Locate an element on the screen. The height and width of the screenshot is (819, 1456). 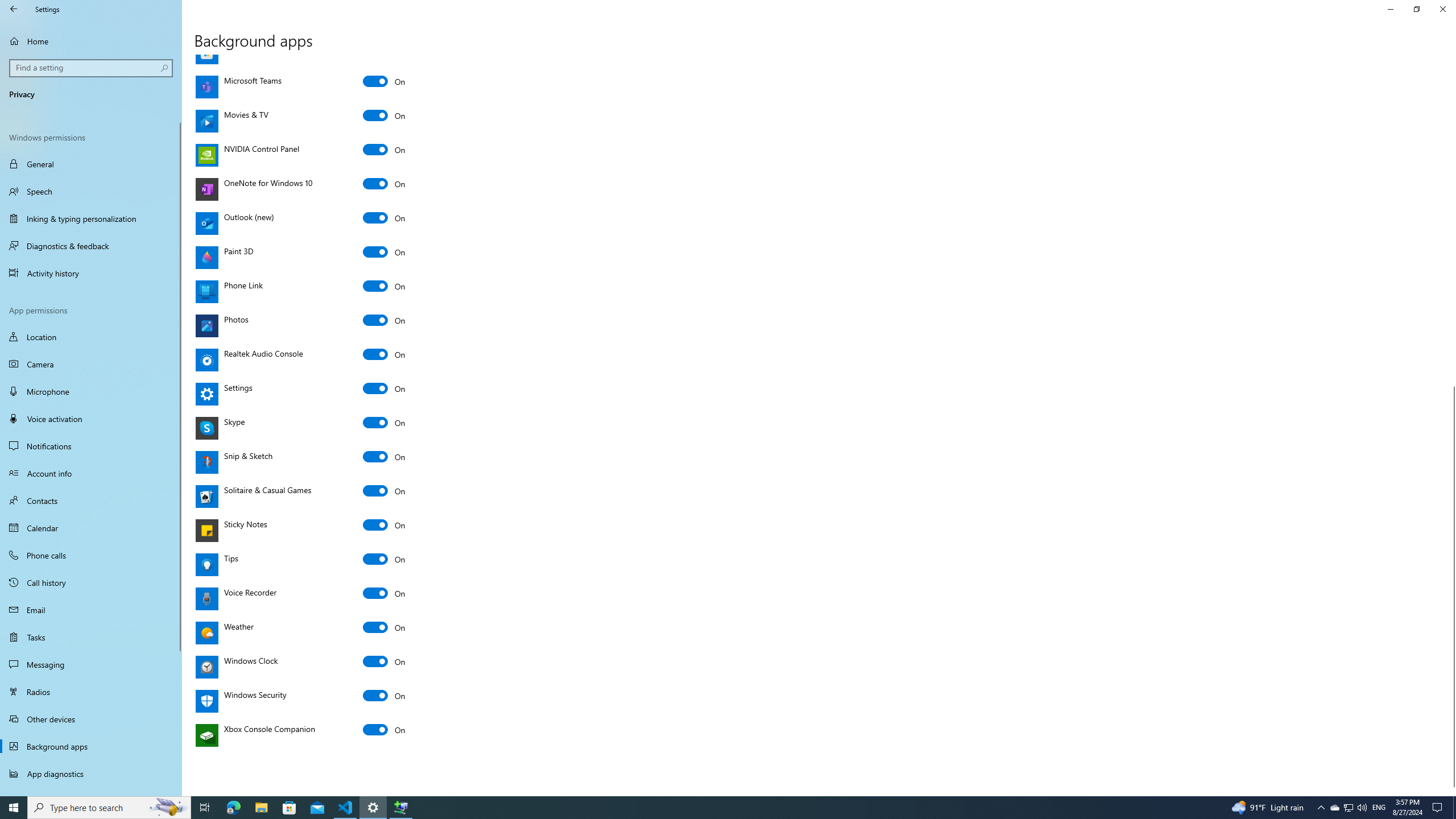
'Search box, Find a setting' is located at coordinates (91, 67).